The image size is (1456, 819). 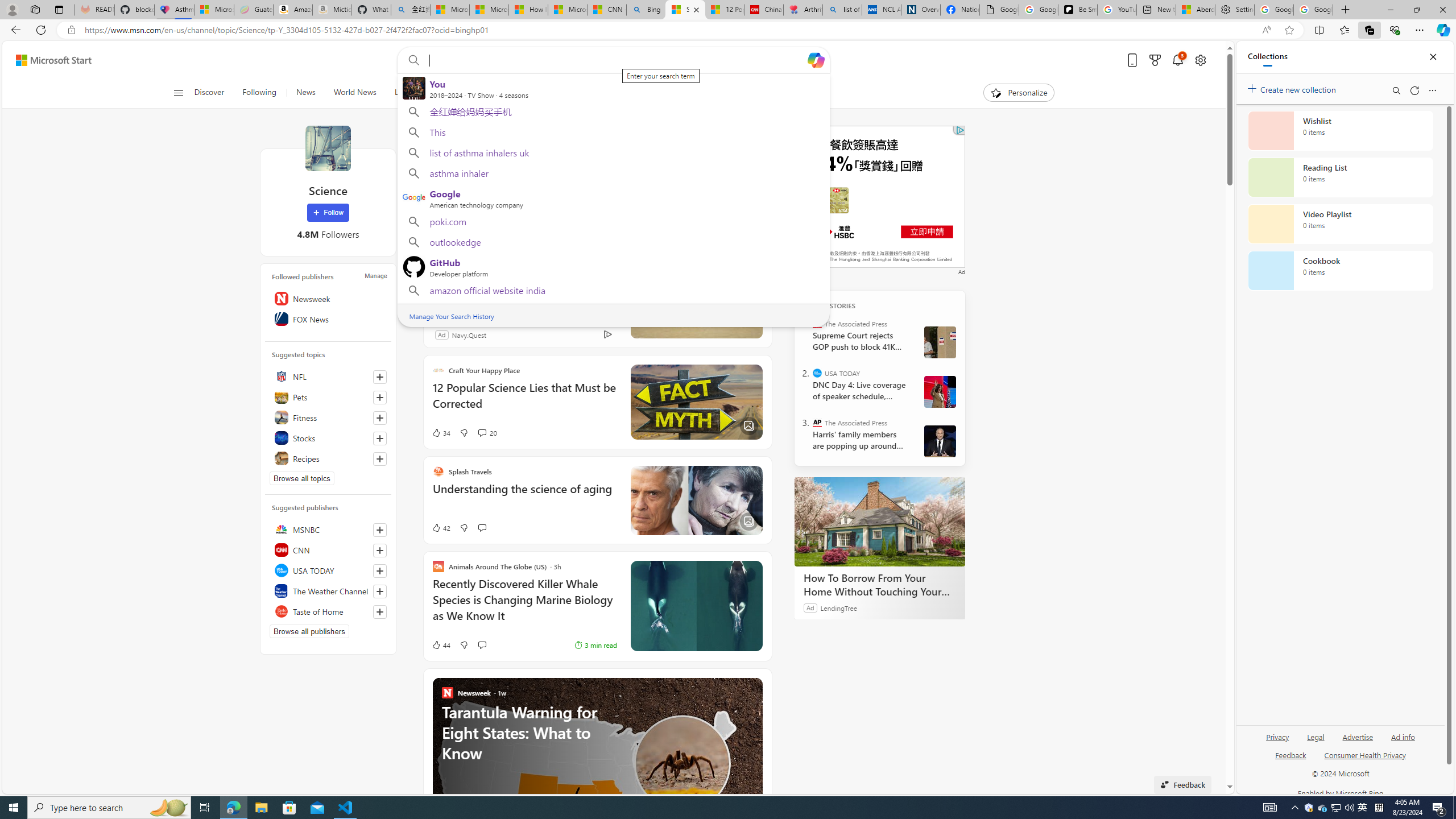 I want to click on 'Privacy', so click(x=1277, y=741).